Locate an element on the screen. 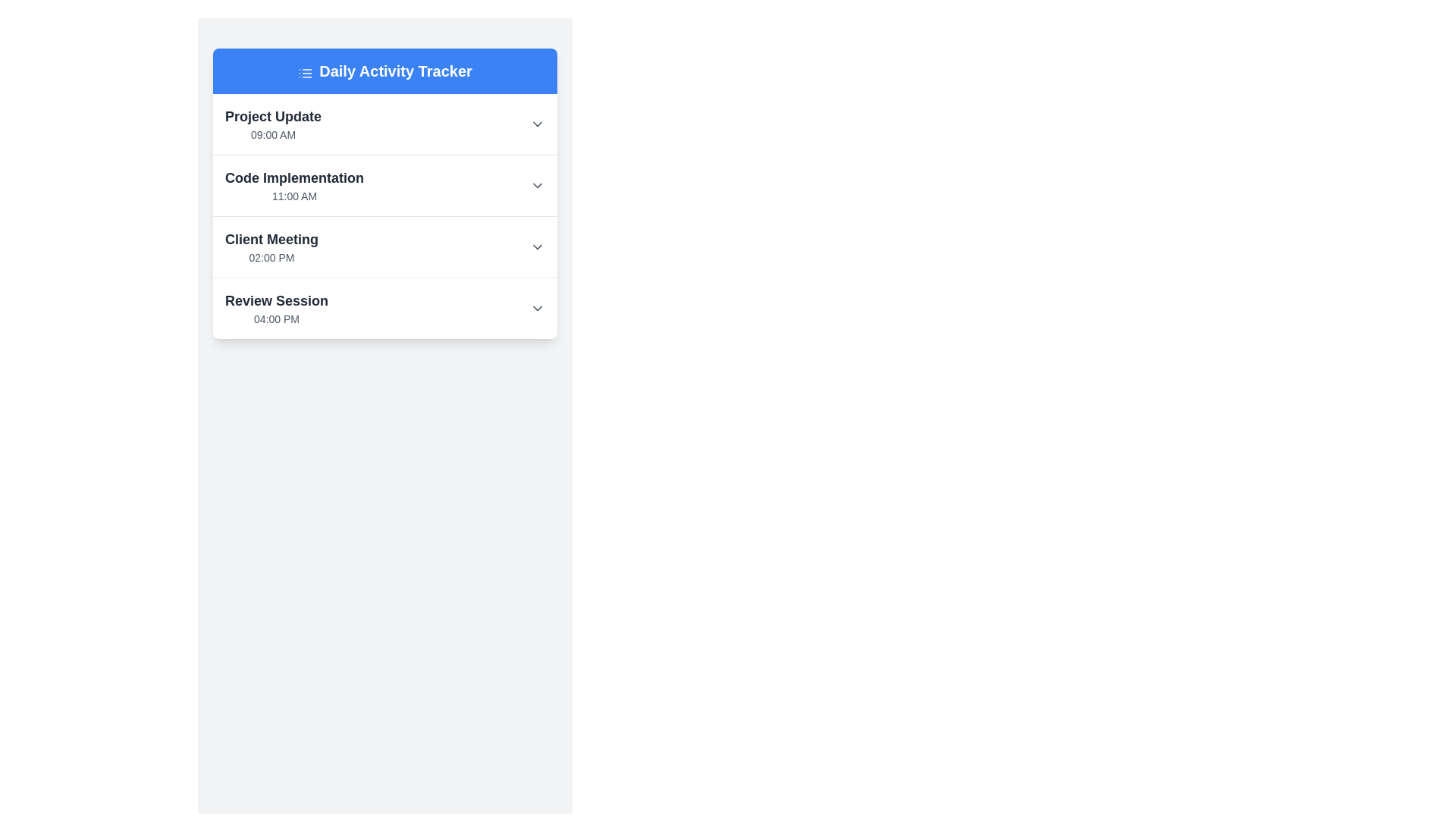 The height and width of the screenshot is (819, 1456). the text label that represents the scheduled time for the 'Project Update' event, located beneath the 'Project Update' text within the first card is located at coordinates (273, 133).